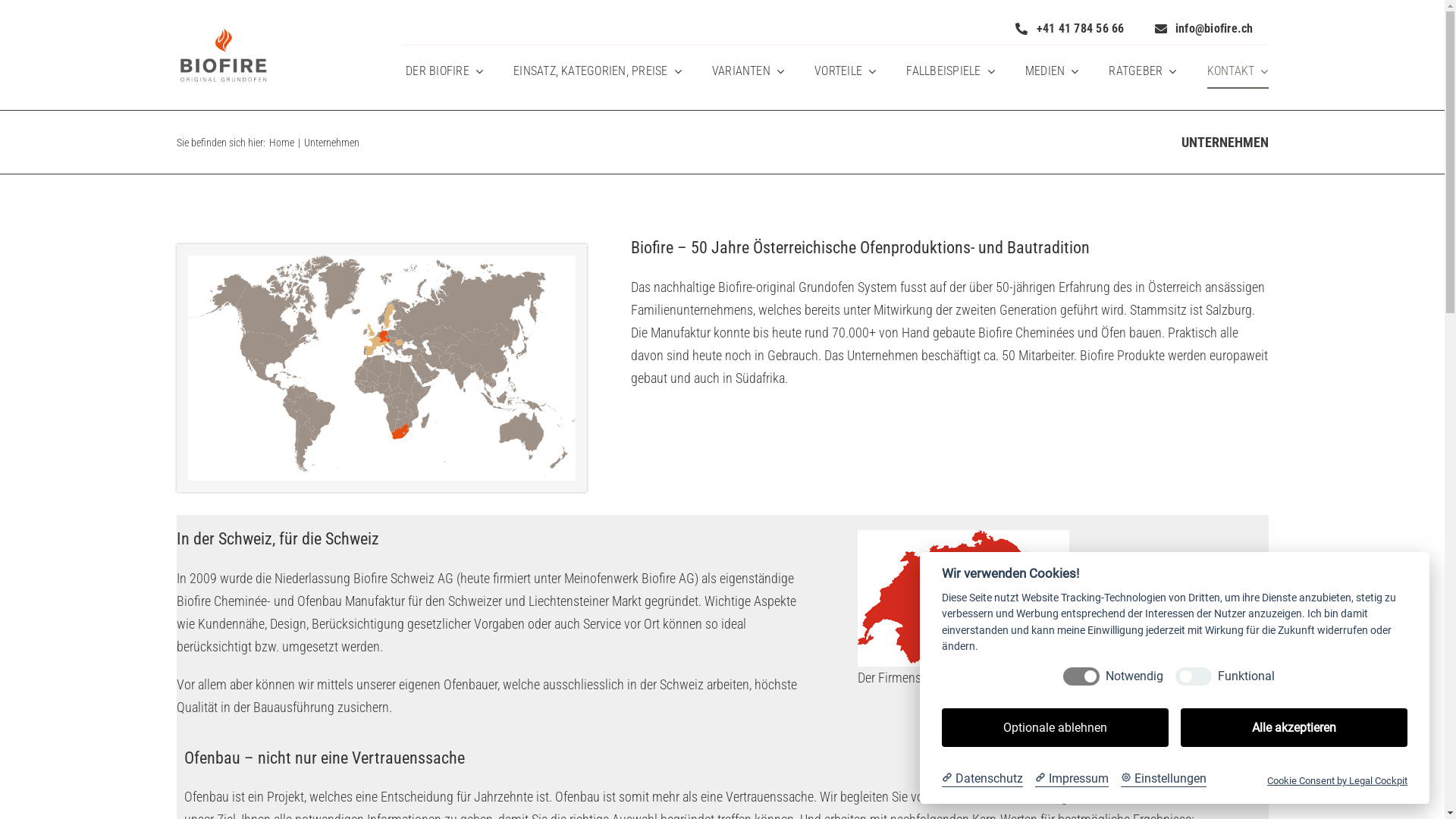 The image size is (1456, 819). I want to click on 'info@biofire.ch', so click(1203, 28).